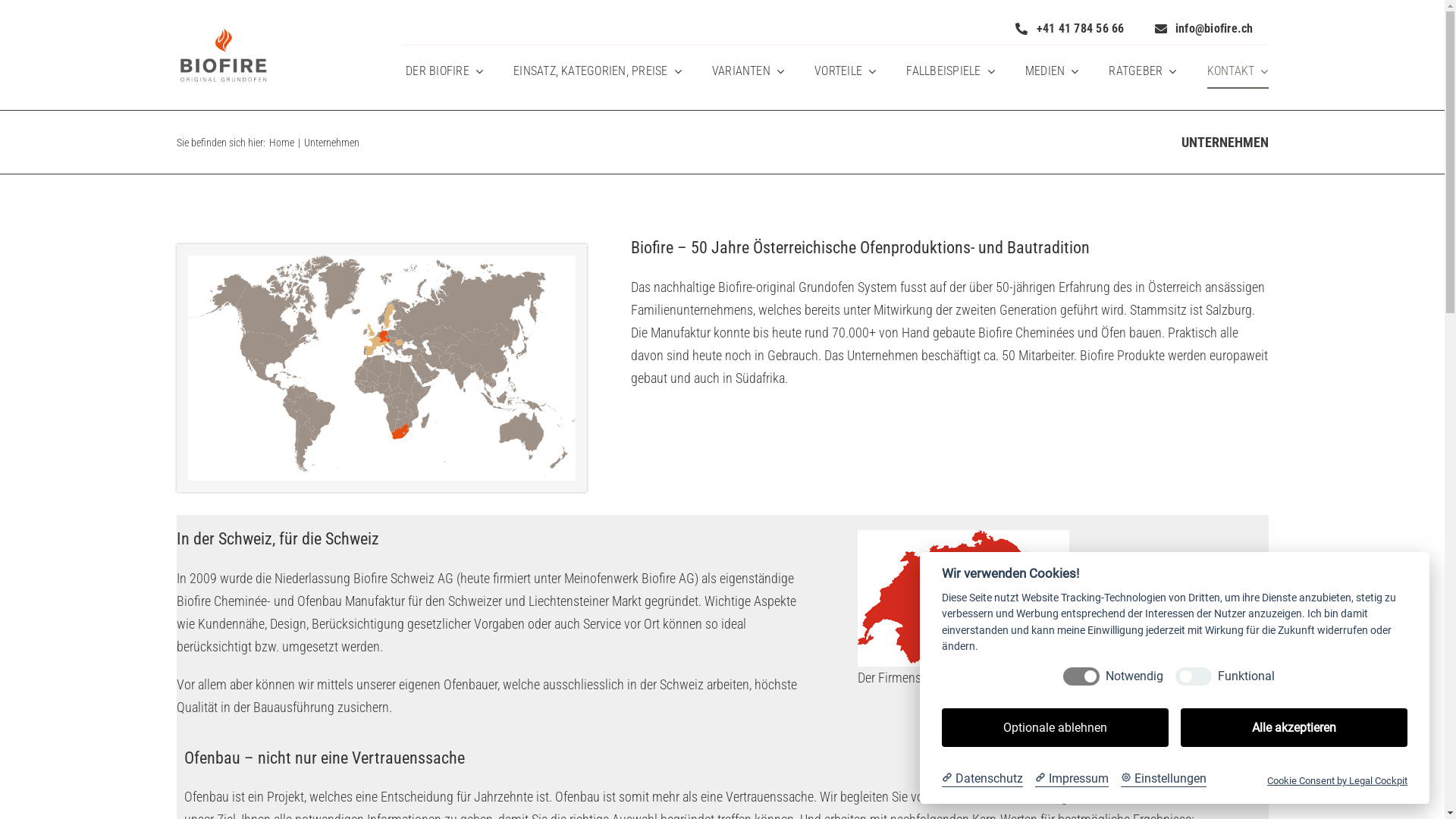 The image size is (1456, 819). I want to click on 'info@biofire.ch', so click(1203, 28).